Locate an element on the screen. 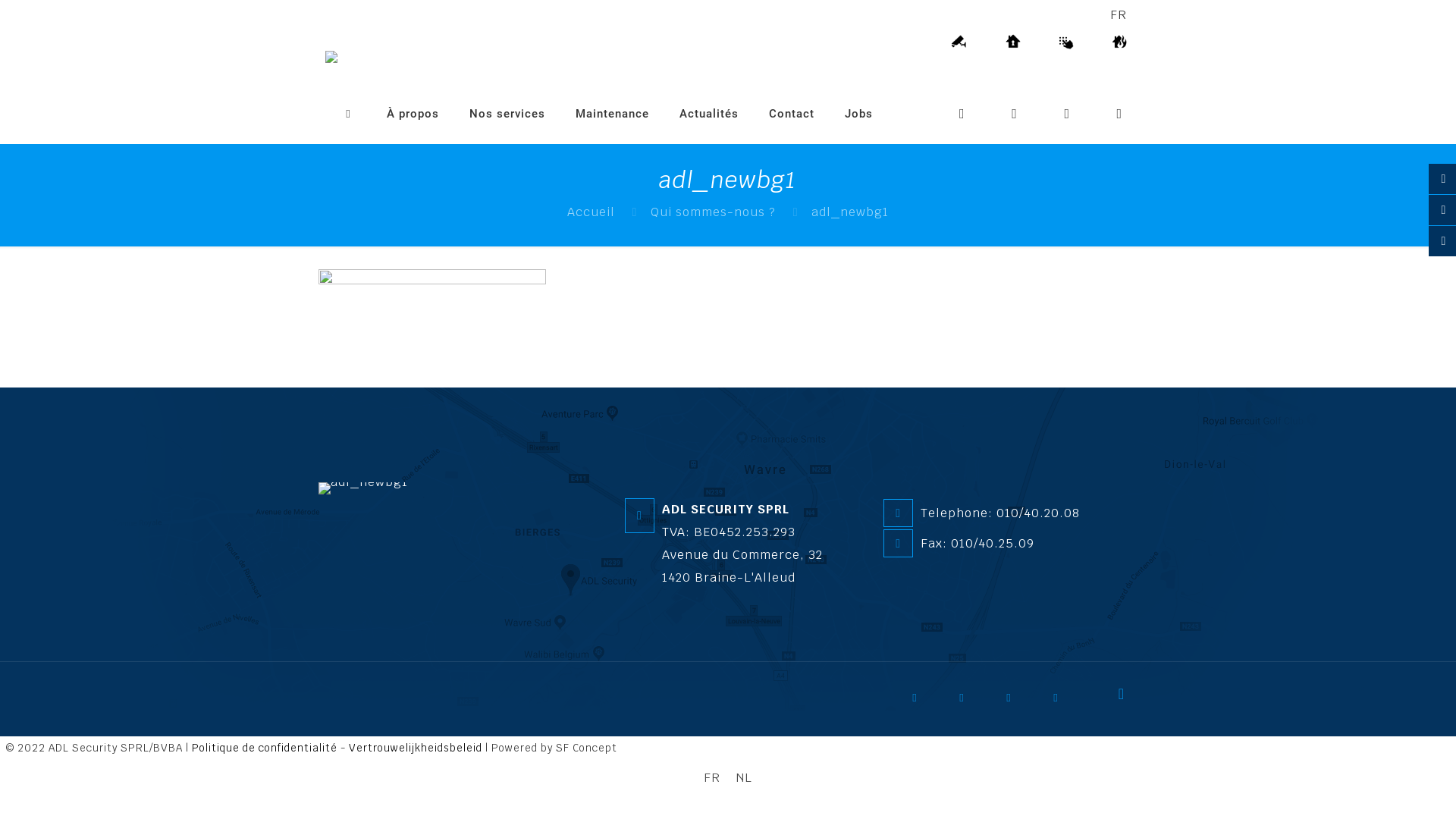 Image resolution: width=1456 pixels, height=819 pixels. 'FR' is located at coordinates (695, 778).